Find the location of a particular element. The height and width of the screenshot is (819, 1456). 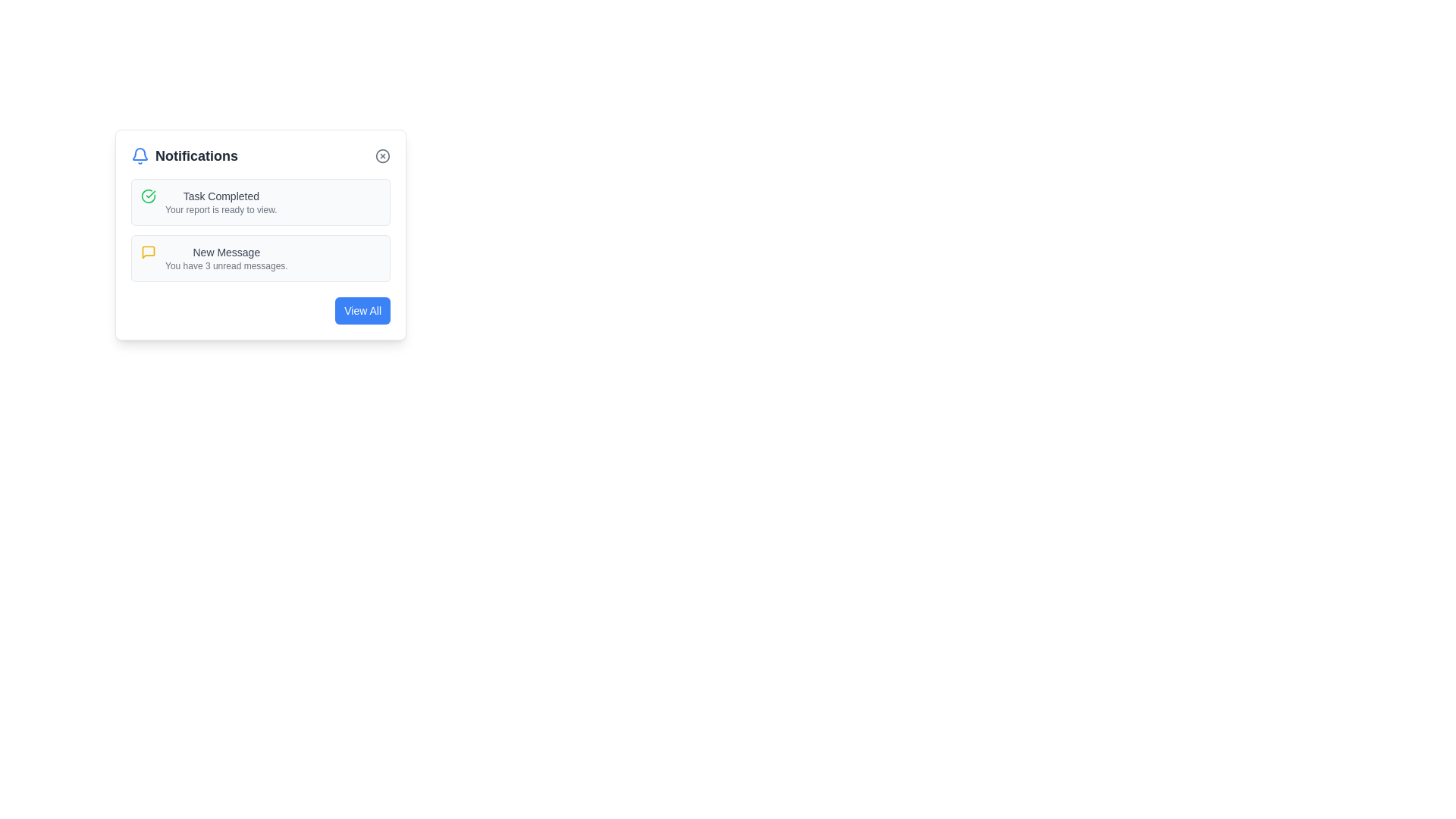

the yellow message icon with a speech bubble shape located on the left side of the 'New Message' notification item is located at coordinates (149, 251).